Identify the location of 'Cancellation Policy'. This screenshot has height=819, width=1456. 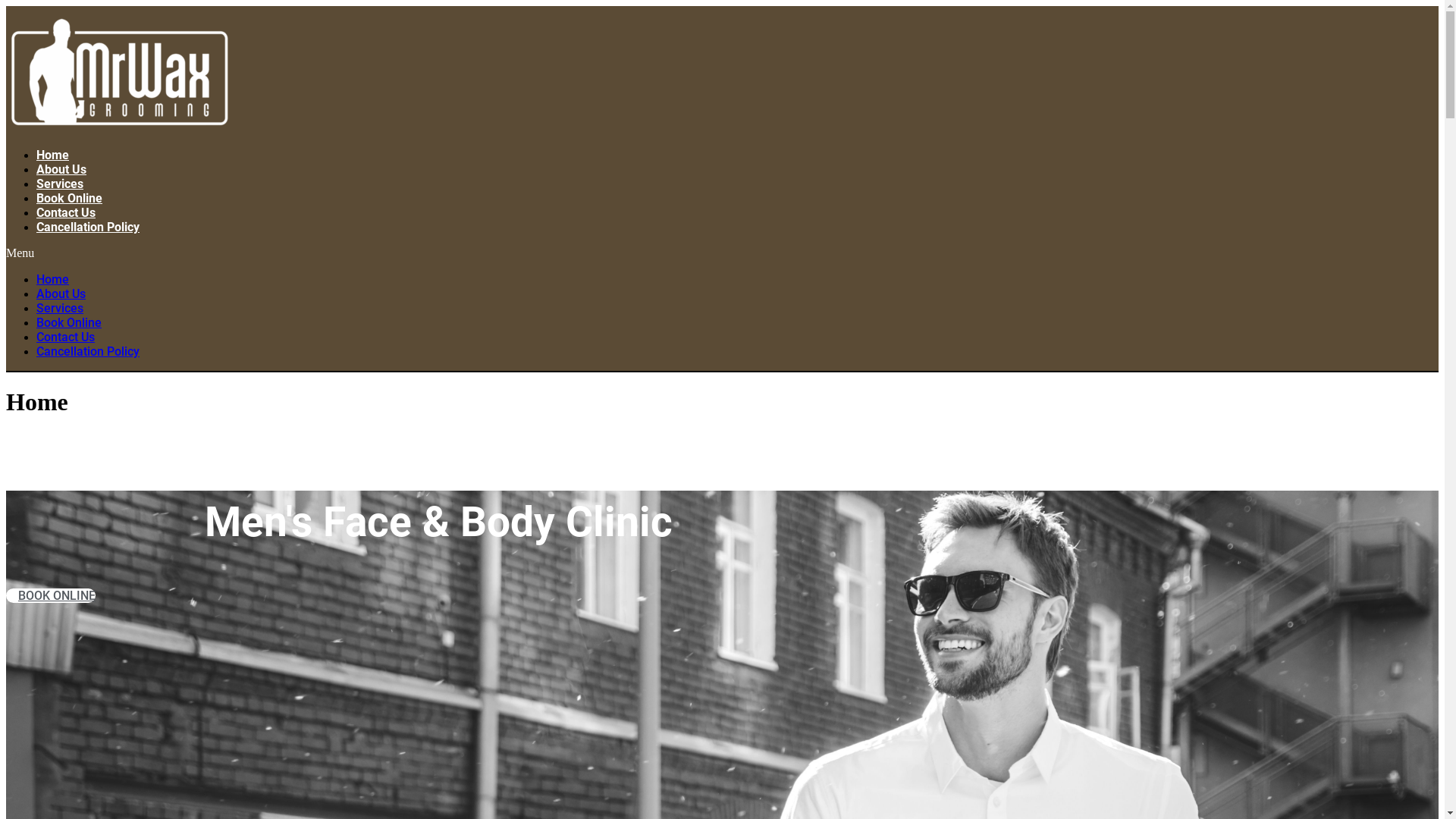
(86, 351).